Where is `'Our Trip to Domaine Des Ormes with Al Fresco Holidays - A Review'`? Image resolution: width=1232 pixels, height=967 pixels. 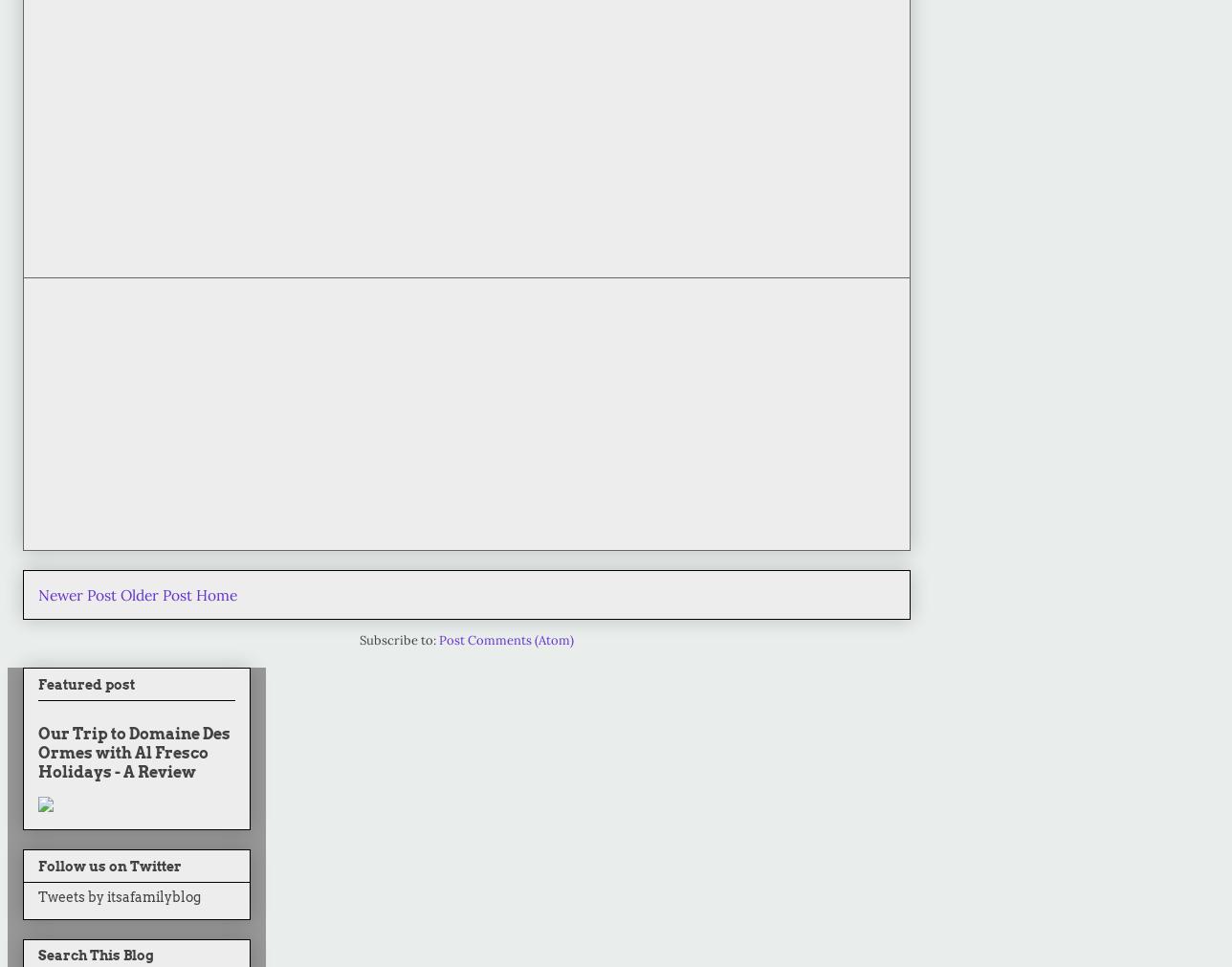
'Our Trip to Domaine Des Ormes with Al Fresco Holidays - A Review' is located at coordinates (134, 751).